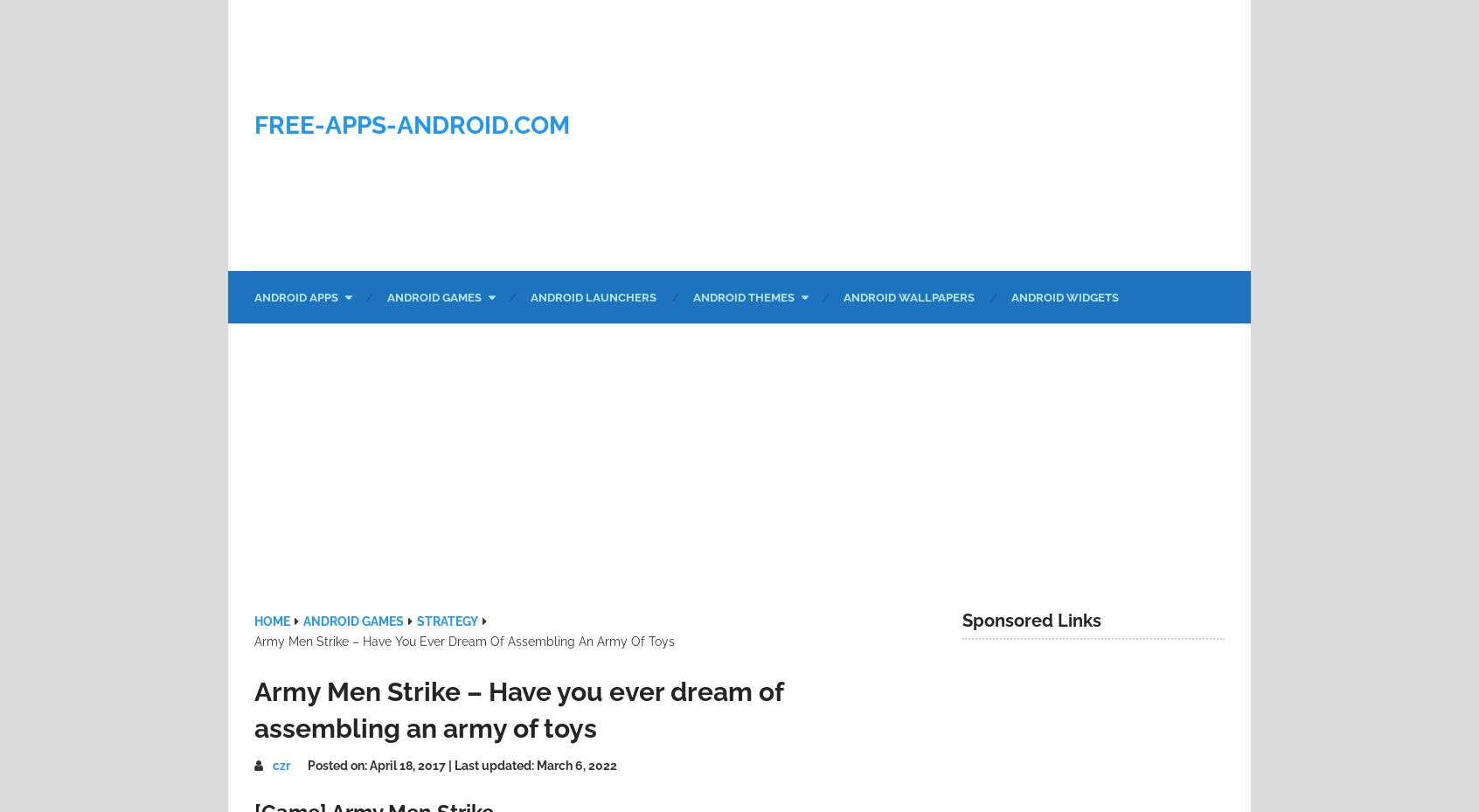 The width and height of the screenshot is (1479, 812). I want to click on 'Home', so click(271, 621).